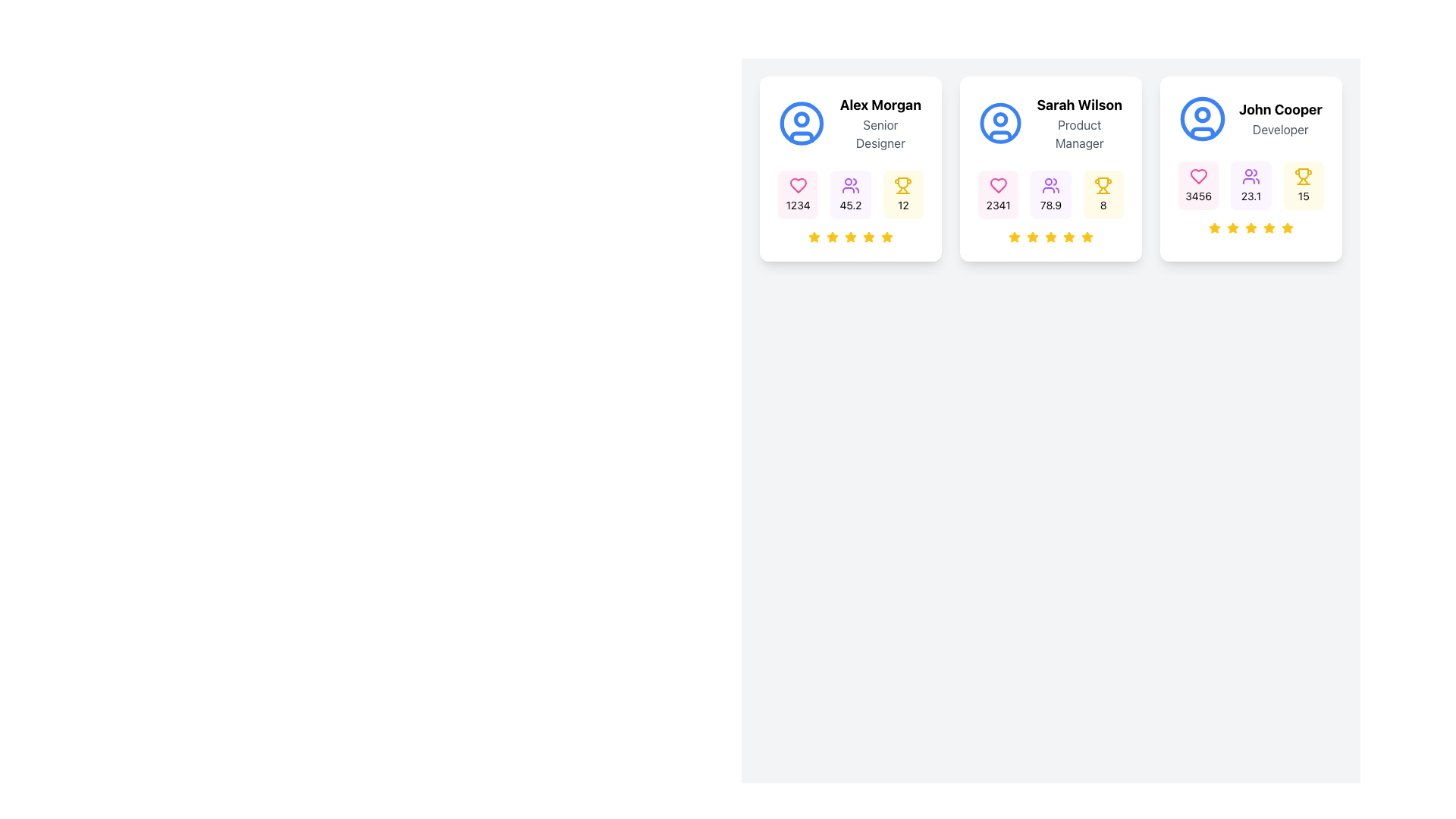  I want to click on the third yellow star-shaped icon in a row of five icons located beneath the 'John Cooper' user card, so click(1233, 227).